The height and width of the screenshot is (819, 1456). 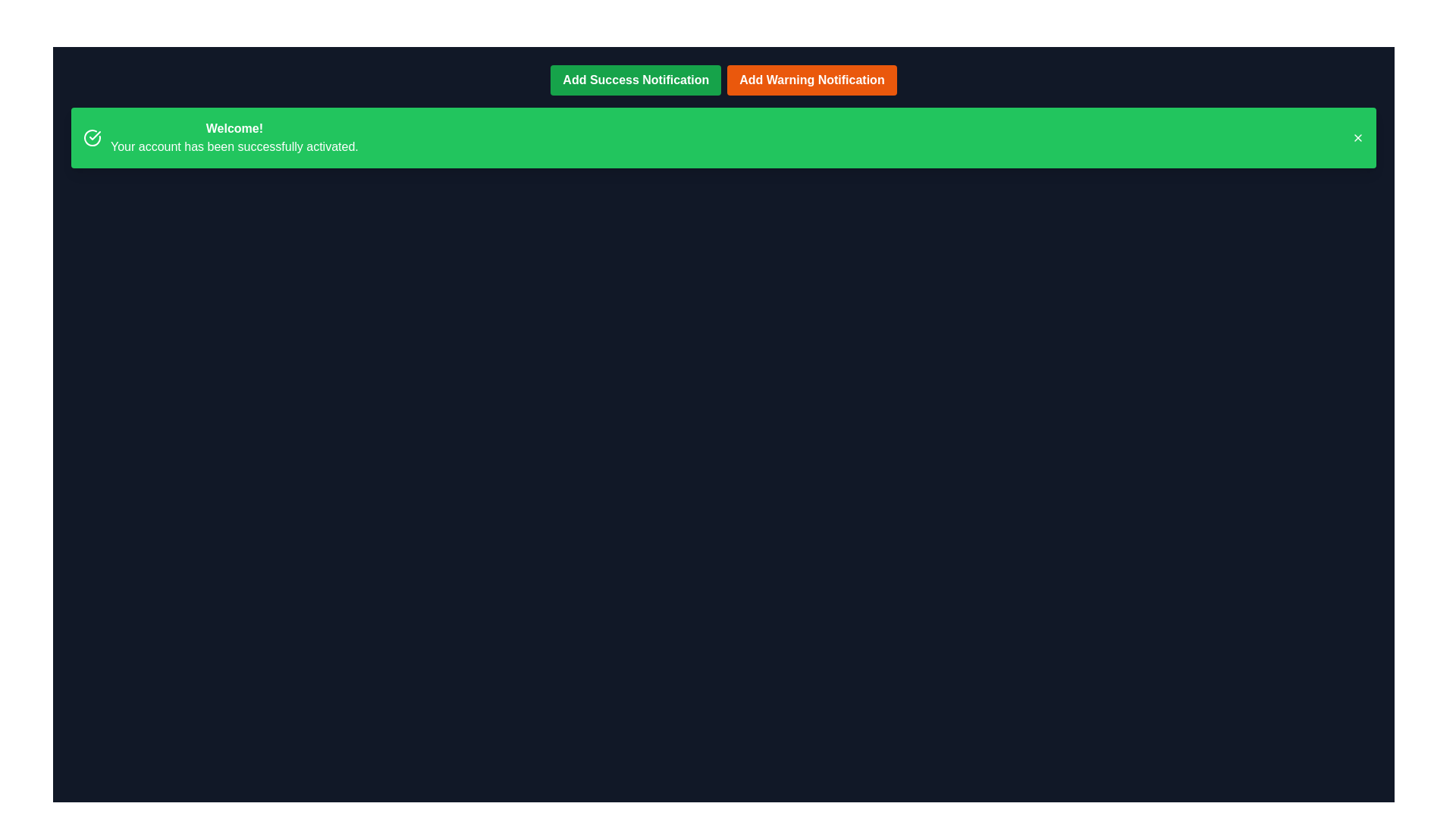 What do you see at coordinates (220, 137) in the screenshot?
I see `notification message titled 'Welcome!' that indicates account activation success, located at the top-center of the view` at bounding box center [220, 137].